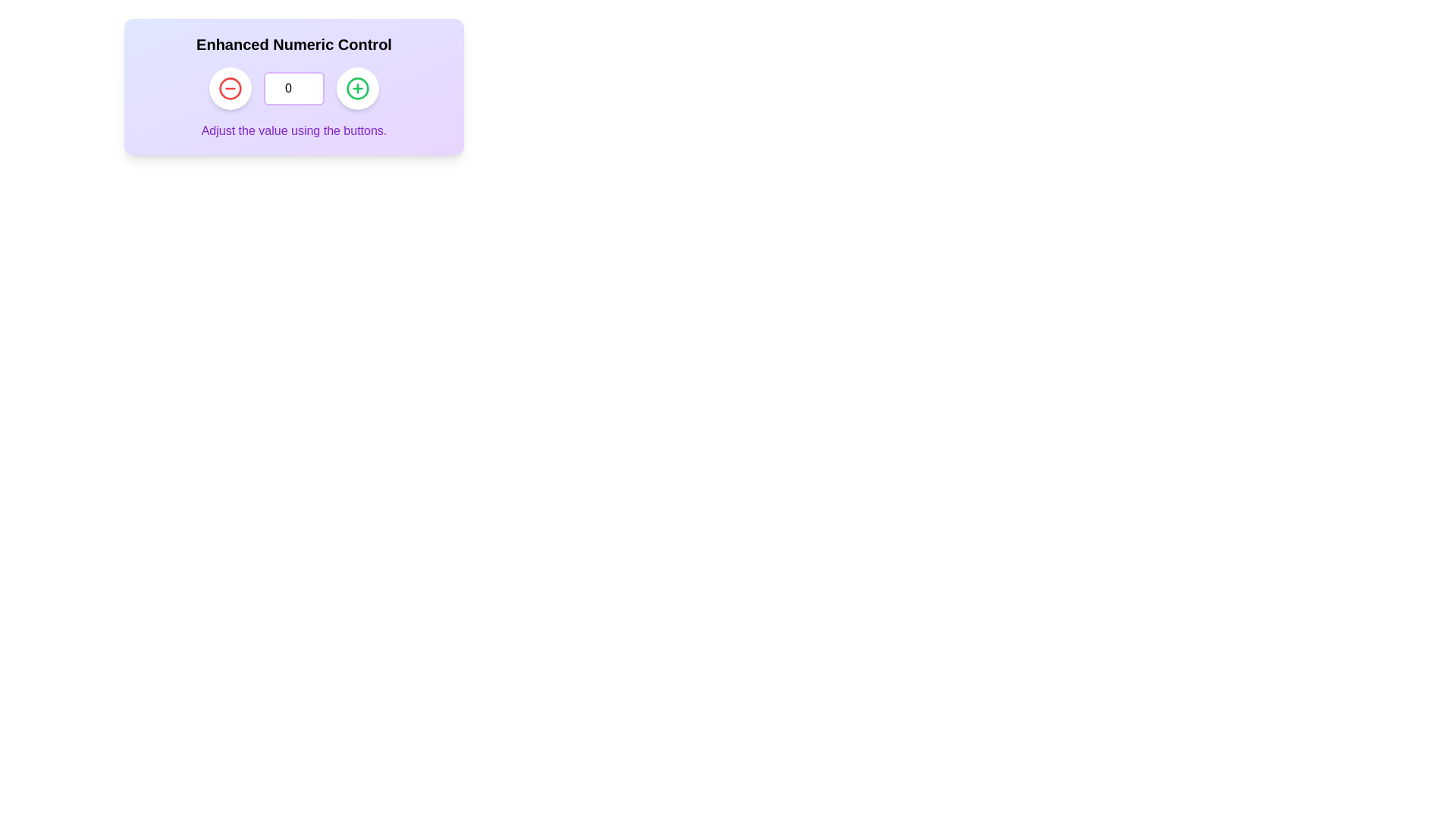 This screenshot has height=819, width=1456. What do you see at coordinates (294, 130) in the screenshot?
I see `the static text label that provides instructions for interacting with the numeric adjustment buttons above it` at bounding box center [294, 130].